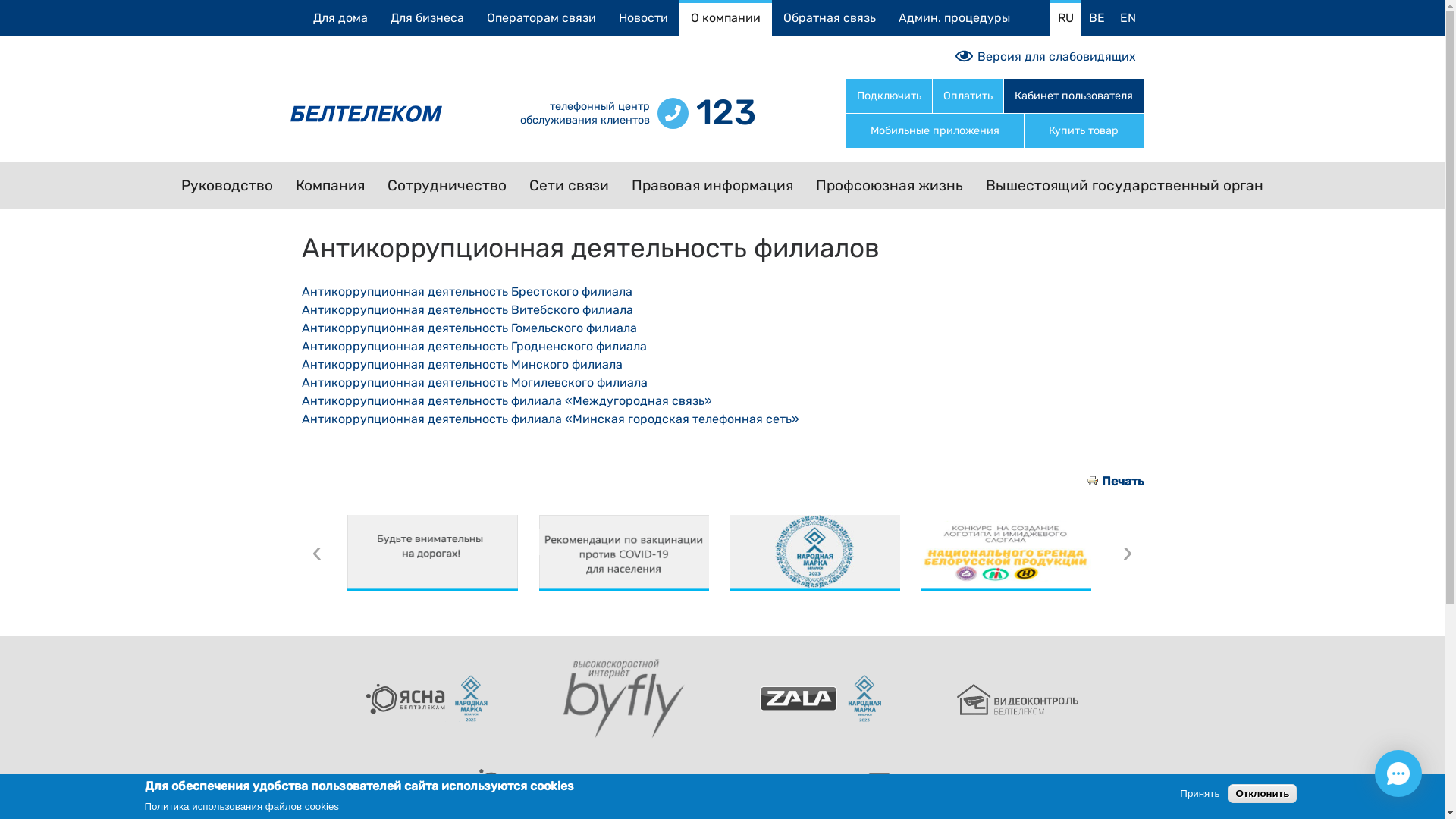 The image size is (1456, 819). What do you see at coordinates (1097, 17) in the screenshot?
I see `'BE'` at bounding box center [1097, 17].